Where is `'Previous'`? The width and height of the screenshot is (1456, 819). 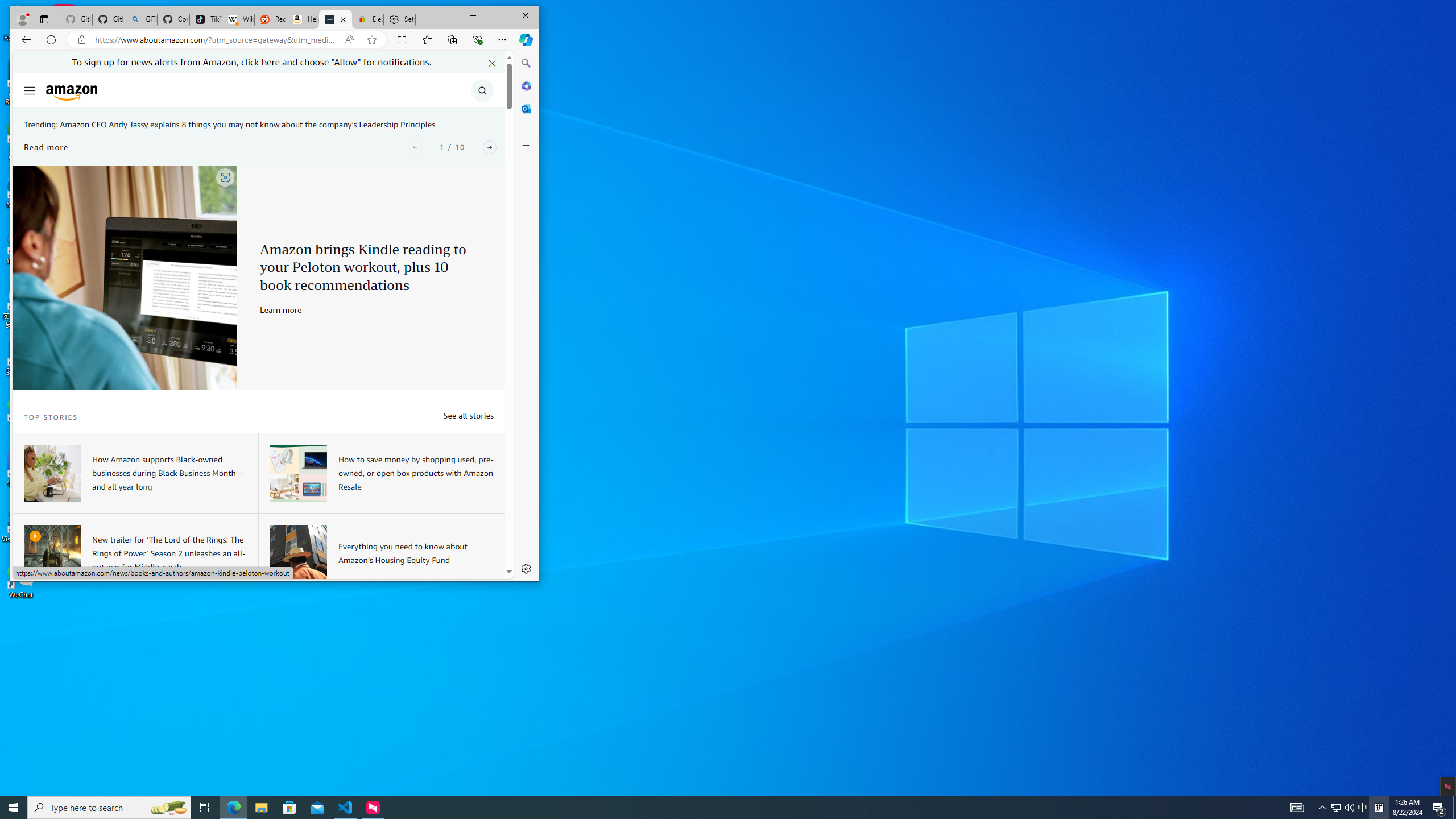
'Previous' is located at coordinates (415, 147).